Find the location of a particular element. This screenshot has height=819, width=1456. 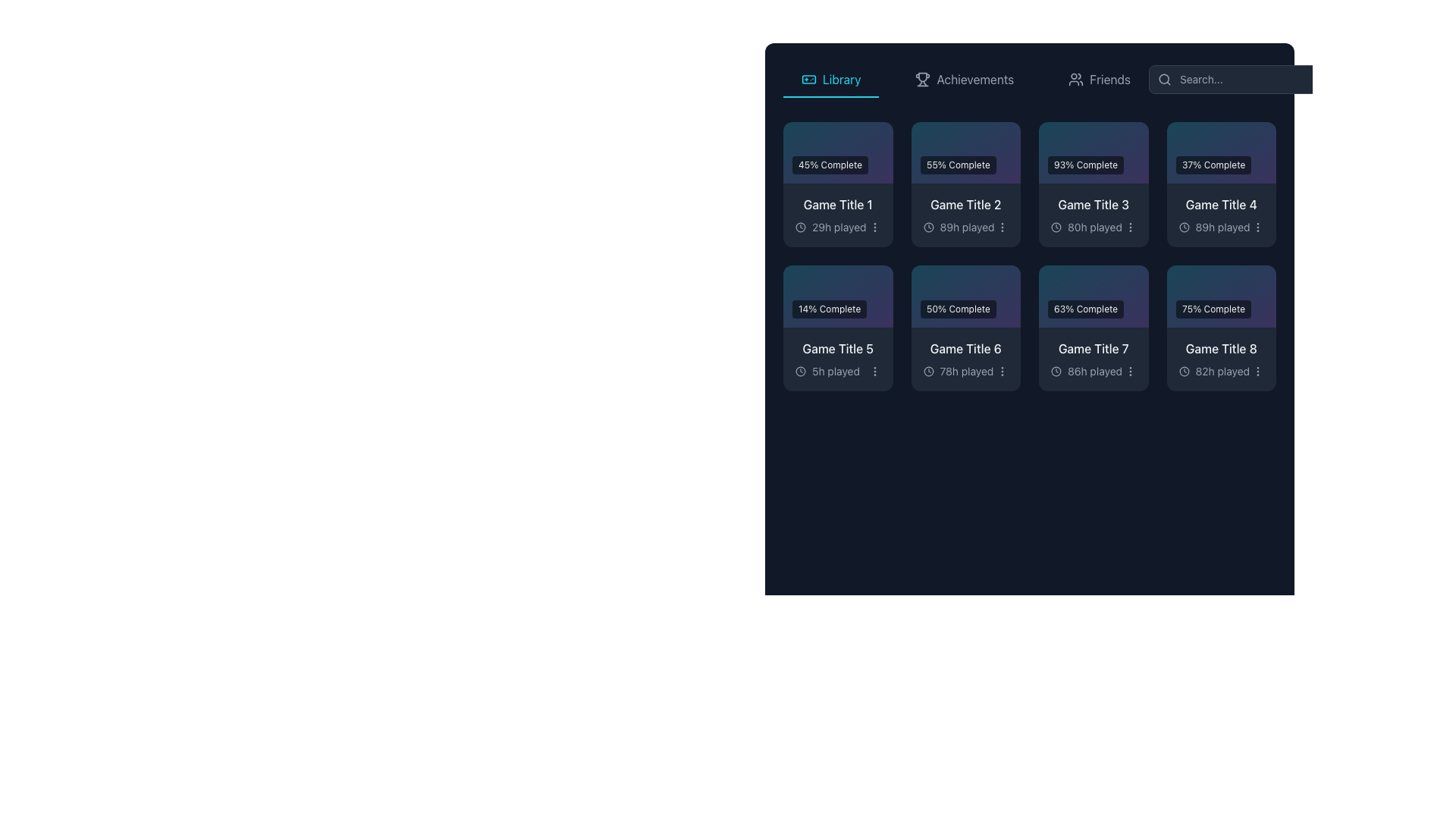

information displayed on the Informational display card located in the first row and fourth column of the grid, positioned below the '37% Complete' label is located at coordinates (1221, 215).